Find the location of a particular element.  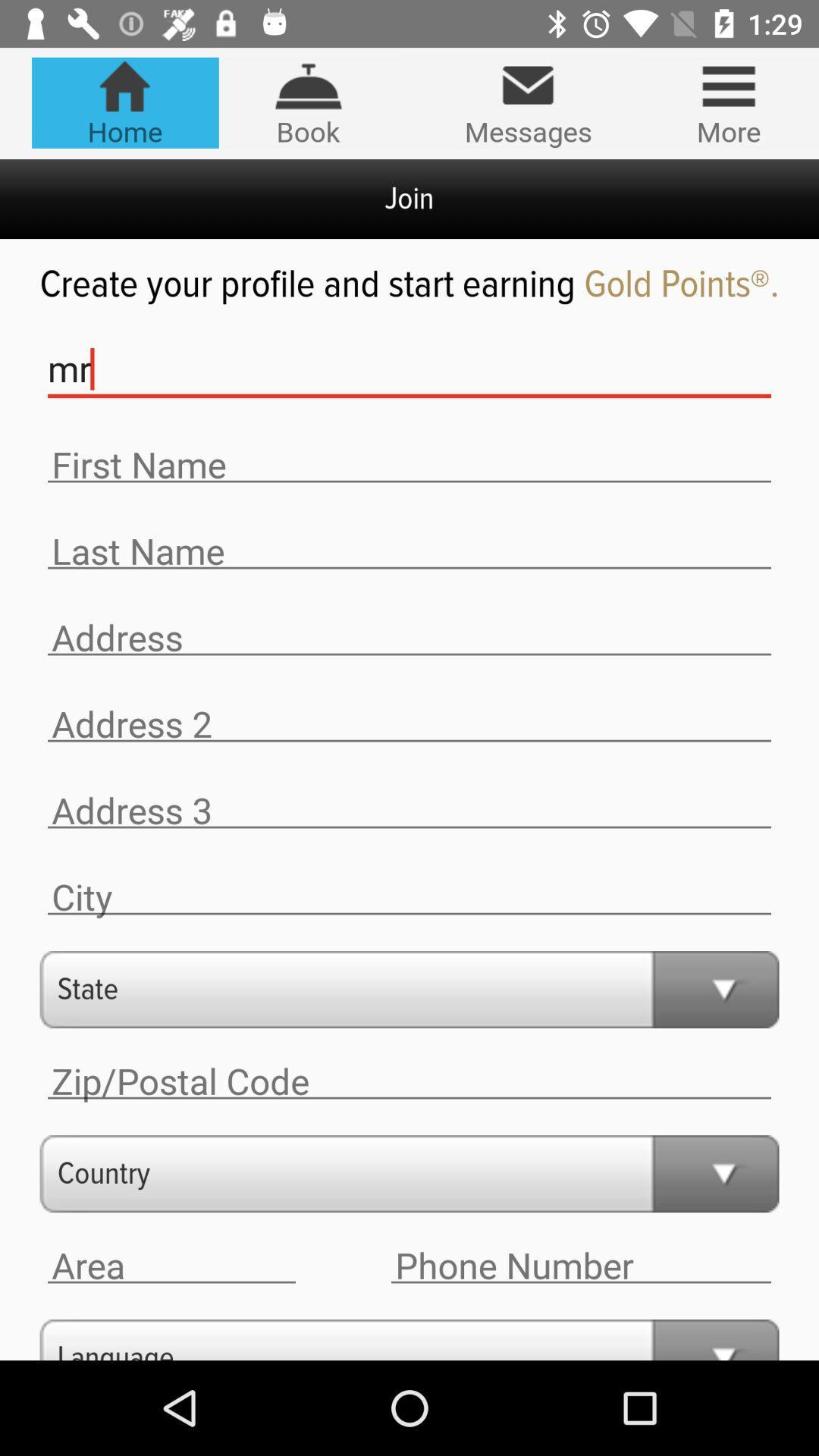

write address is located at coordinates (409, 810).